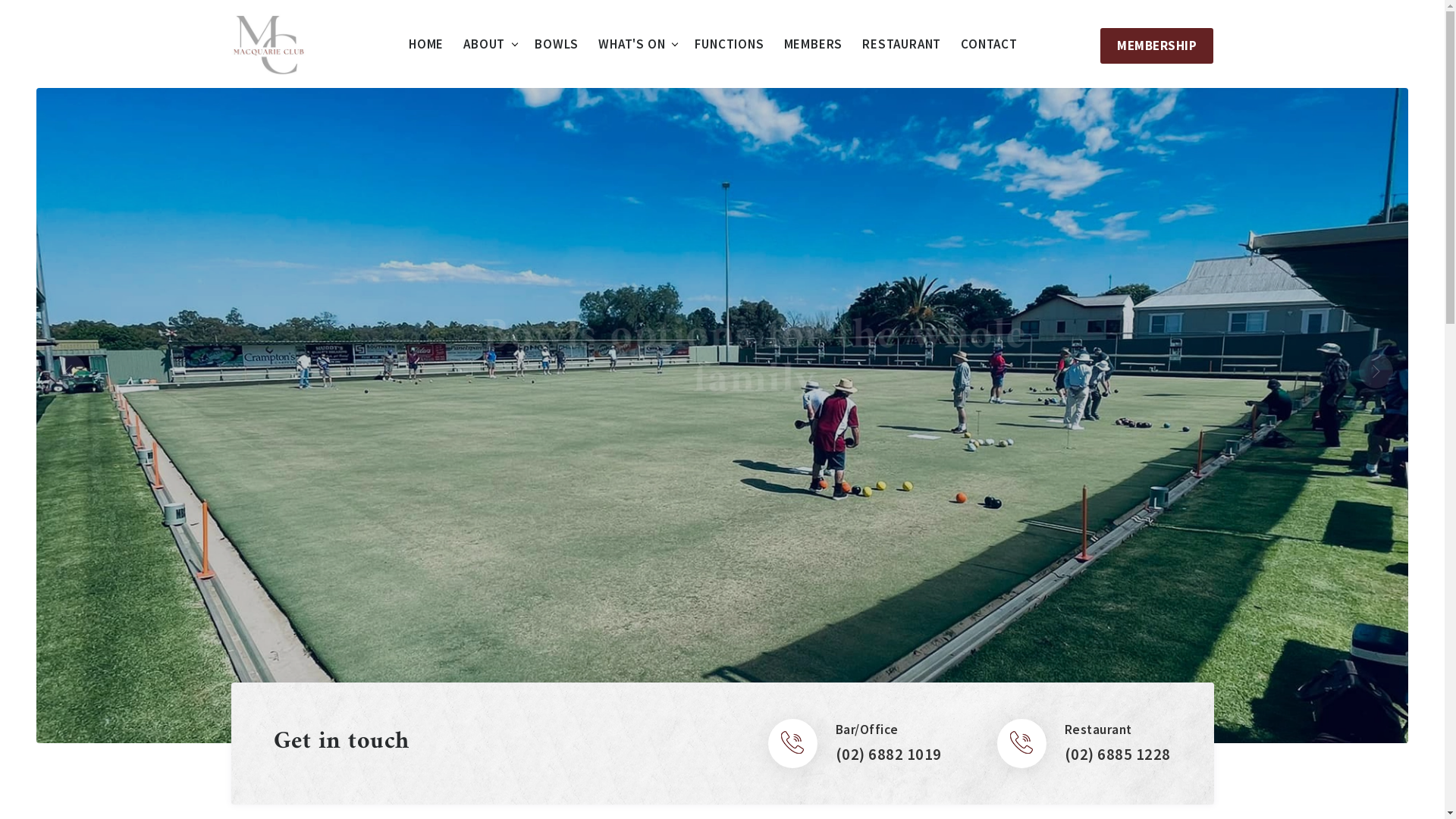 The width and height of the screenshot is (1456, 819). I want to click on 'WHAT'S ON', so click(632, 43).